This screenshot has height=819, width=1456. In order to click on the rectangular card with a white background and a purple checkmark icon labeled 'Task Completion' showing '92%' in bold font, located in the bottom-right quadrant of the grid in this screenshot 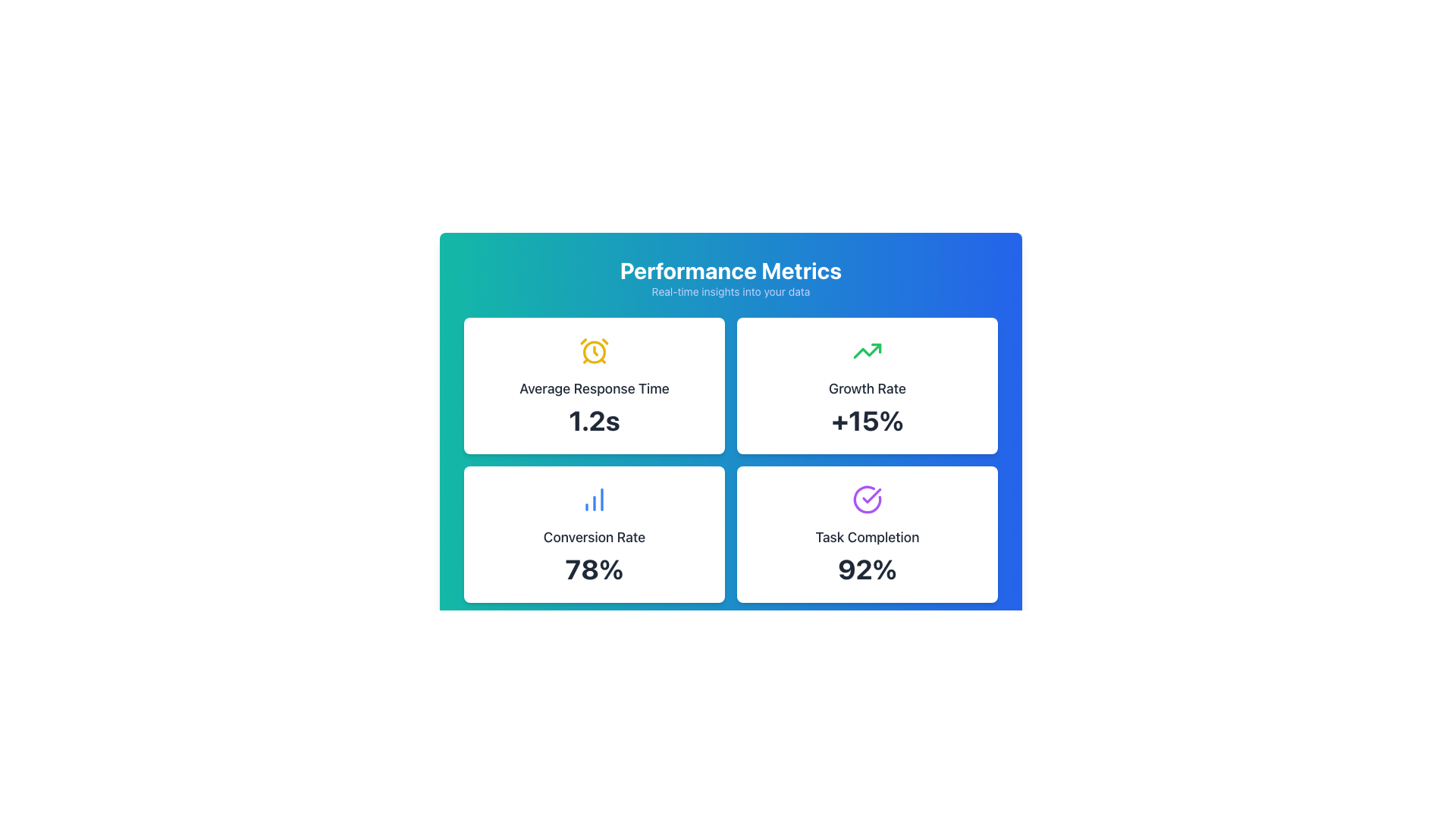, I will do `click(867, 534)`.